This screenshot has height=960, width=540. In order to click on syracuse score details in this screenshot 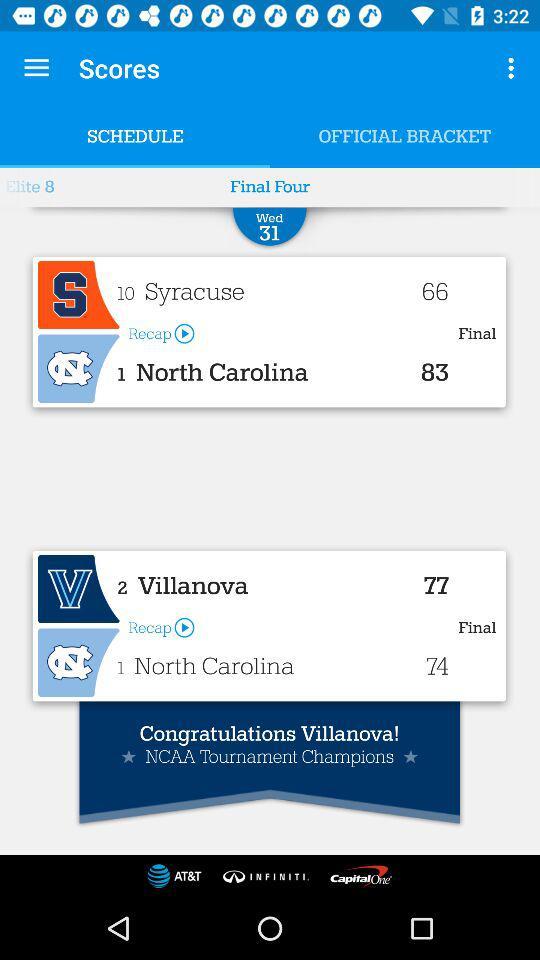, I will do `click(77, 294)`.